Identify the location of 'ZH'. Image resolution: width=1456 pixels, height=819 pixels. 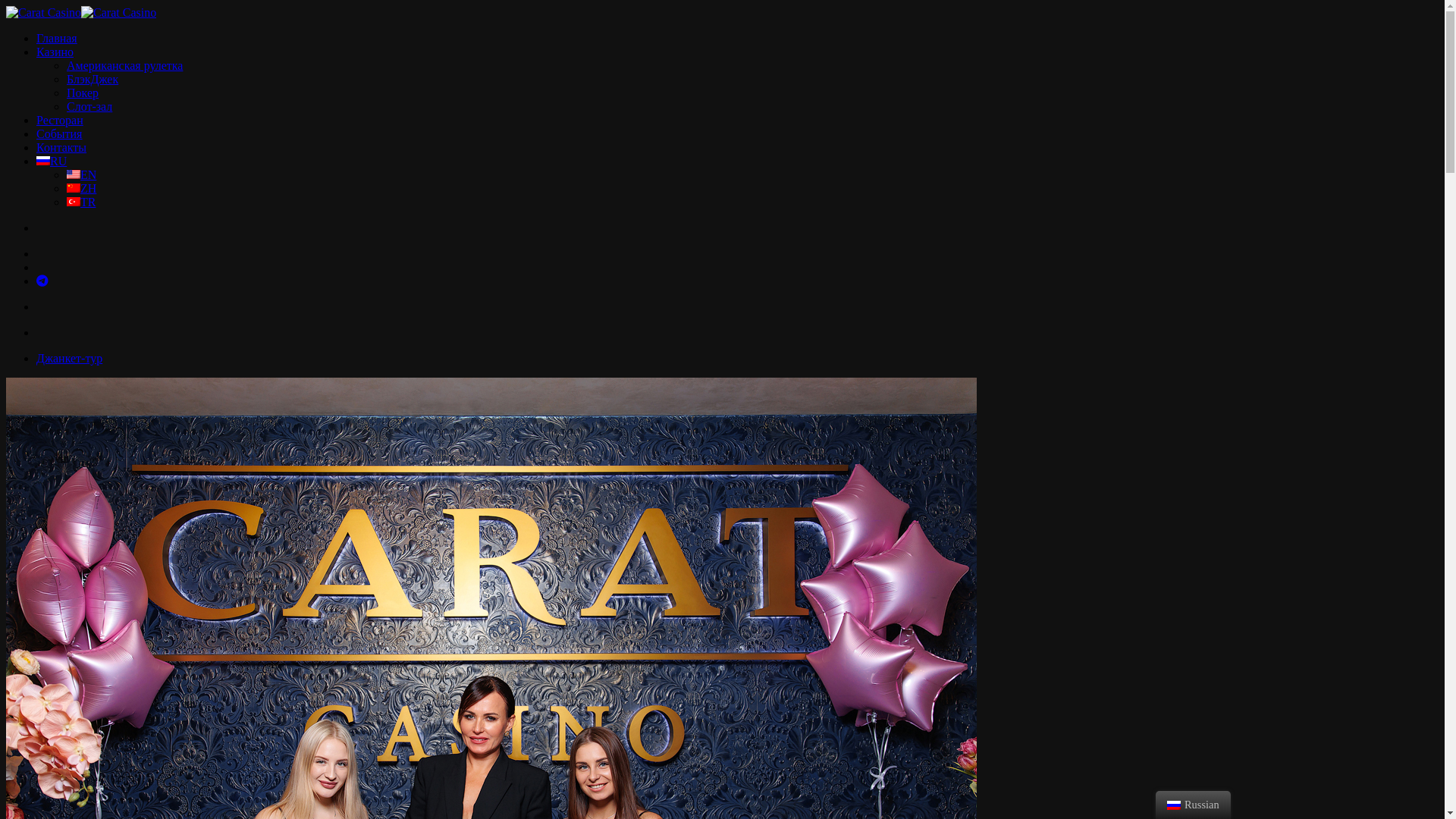
(80, 187).